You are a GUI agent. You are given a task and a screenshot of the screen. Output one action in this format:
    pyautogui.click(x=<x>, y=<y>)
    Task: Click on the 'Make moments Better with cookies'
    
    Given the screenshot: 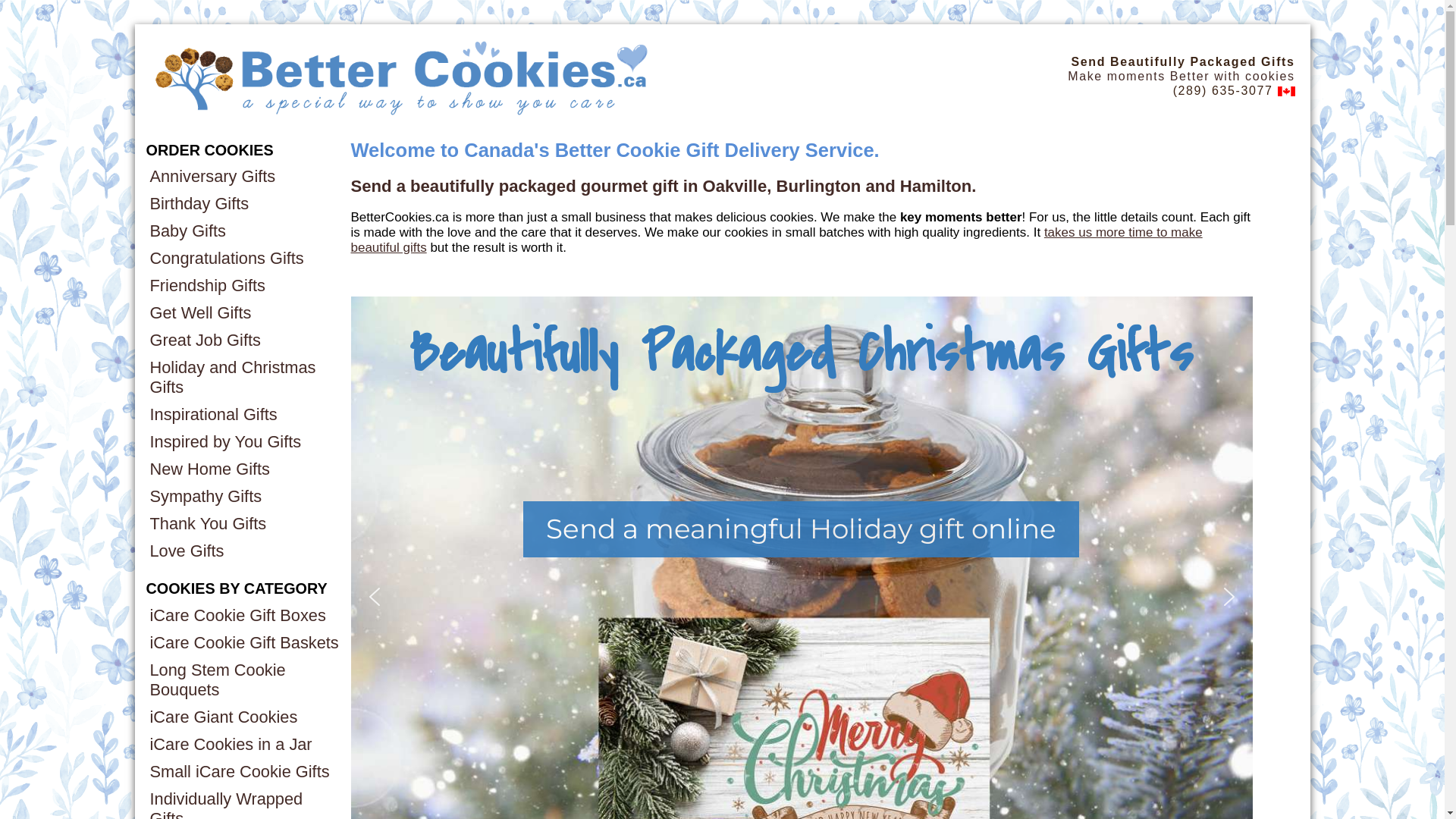 What is the action you would take?
    pyautogui.click(x=1180, y=76)
    